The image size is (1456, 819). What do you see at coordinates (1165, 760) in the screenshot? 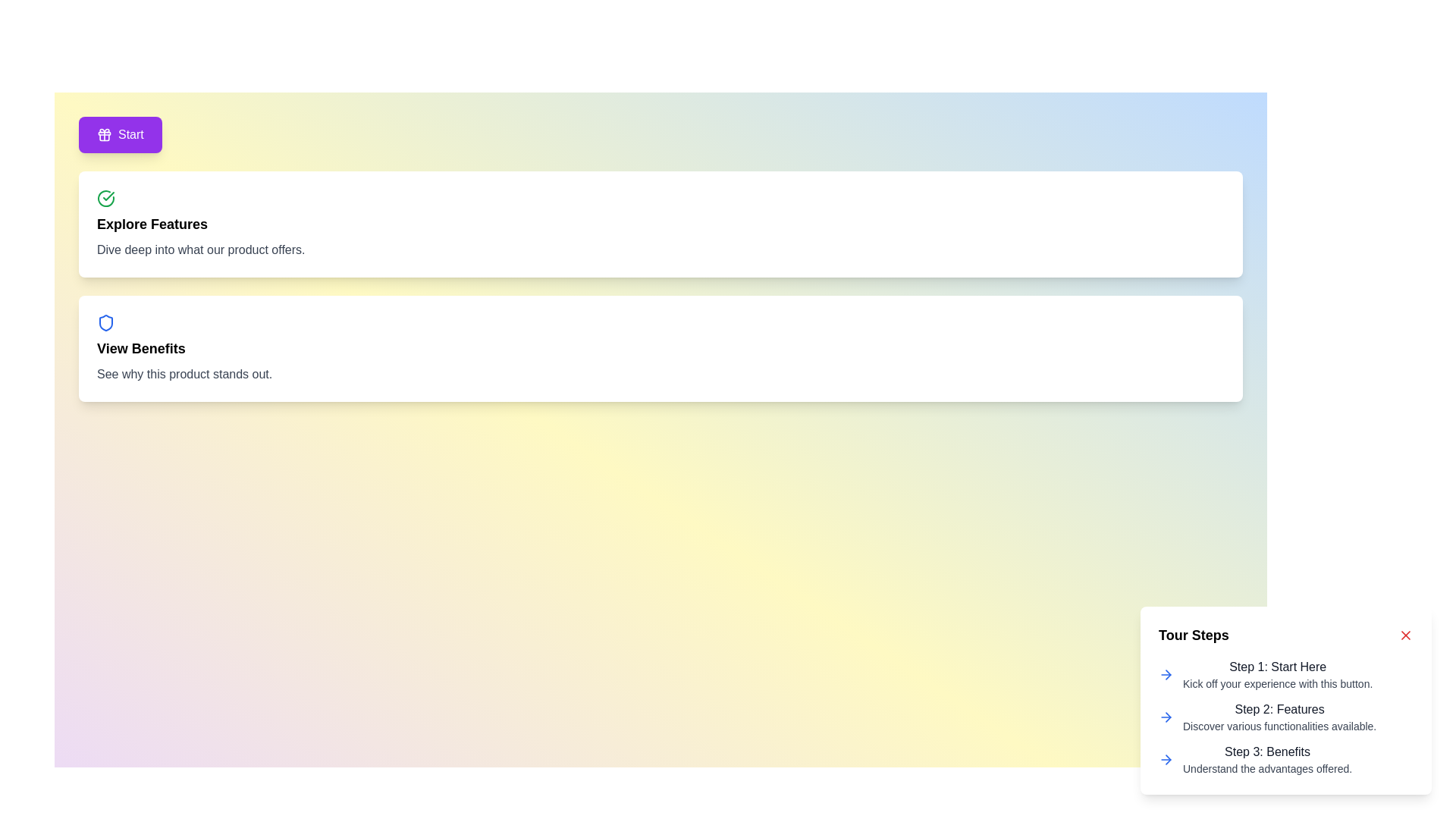
I see `the arrow icon indicating 'Step 3' located to the left of the text 'Step 3: Benefits' in the 'Tour Steps' section` at bounding box center [1165, 760].